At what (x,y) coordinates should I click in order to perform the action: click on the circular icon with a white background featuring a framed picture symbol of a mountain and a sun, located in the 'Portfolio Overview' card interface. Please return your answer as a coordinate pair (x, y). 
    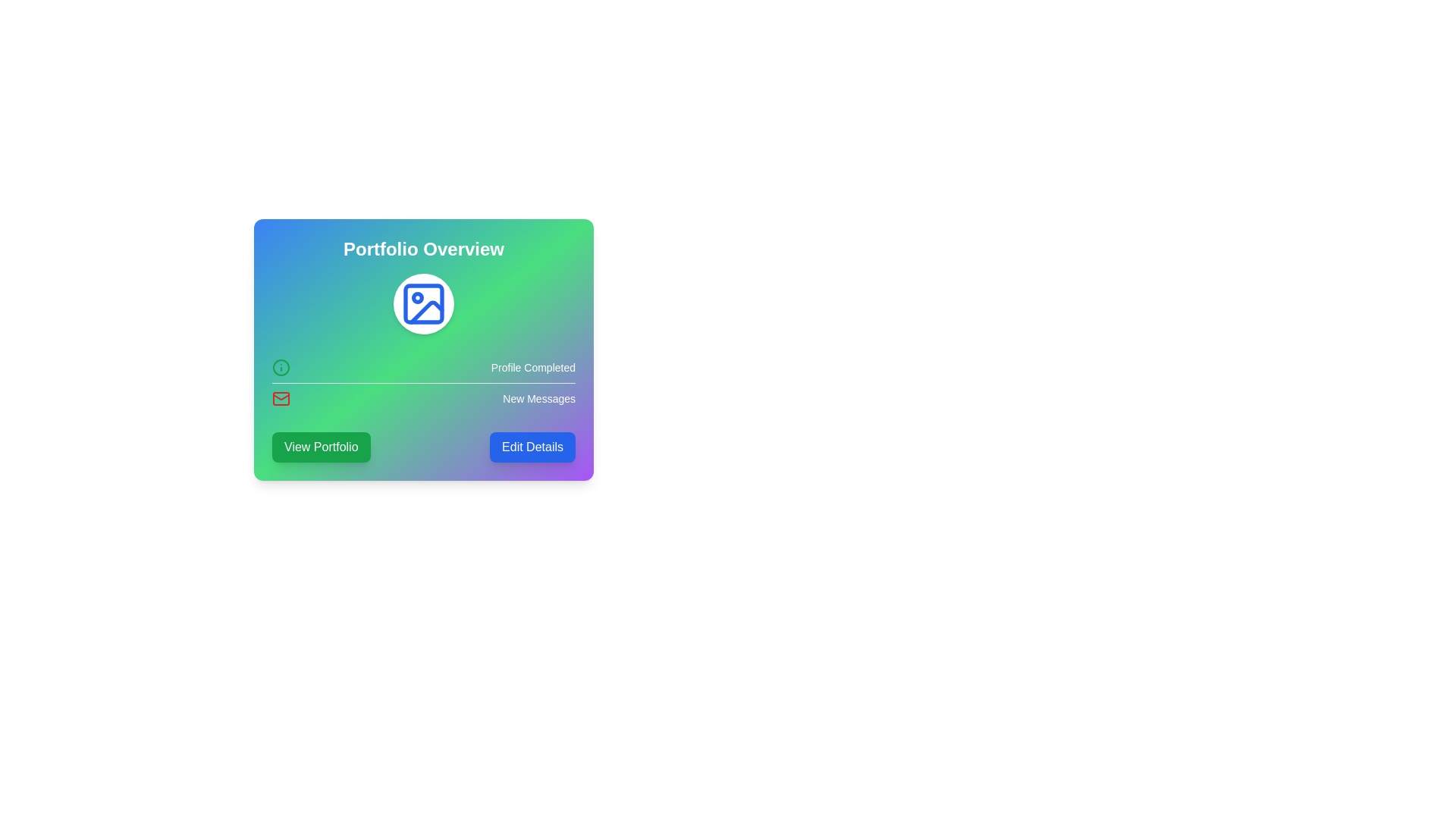
    Looking at the image, I should click on (423, 304).